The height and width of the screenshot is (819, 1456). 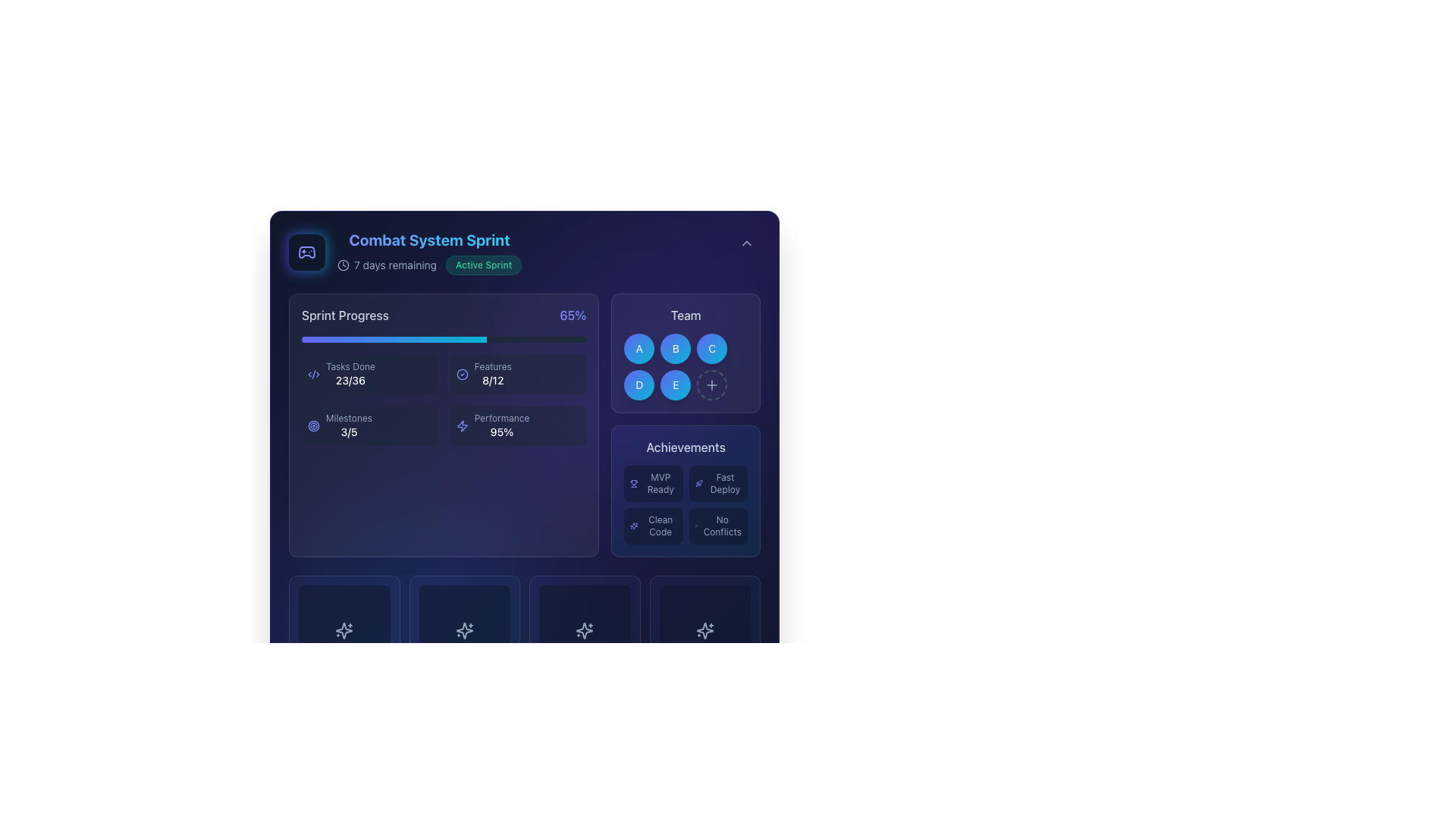 I want to click on the square-shaped button with a dark background and a sparkles icon in the center, so click(x=584, y=631).